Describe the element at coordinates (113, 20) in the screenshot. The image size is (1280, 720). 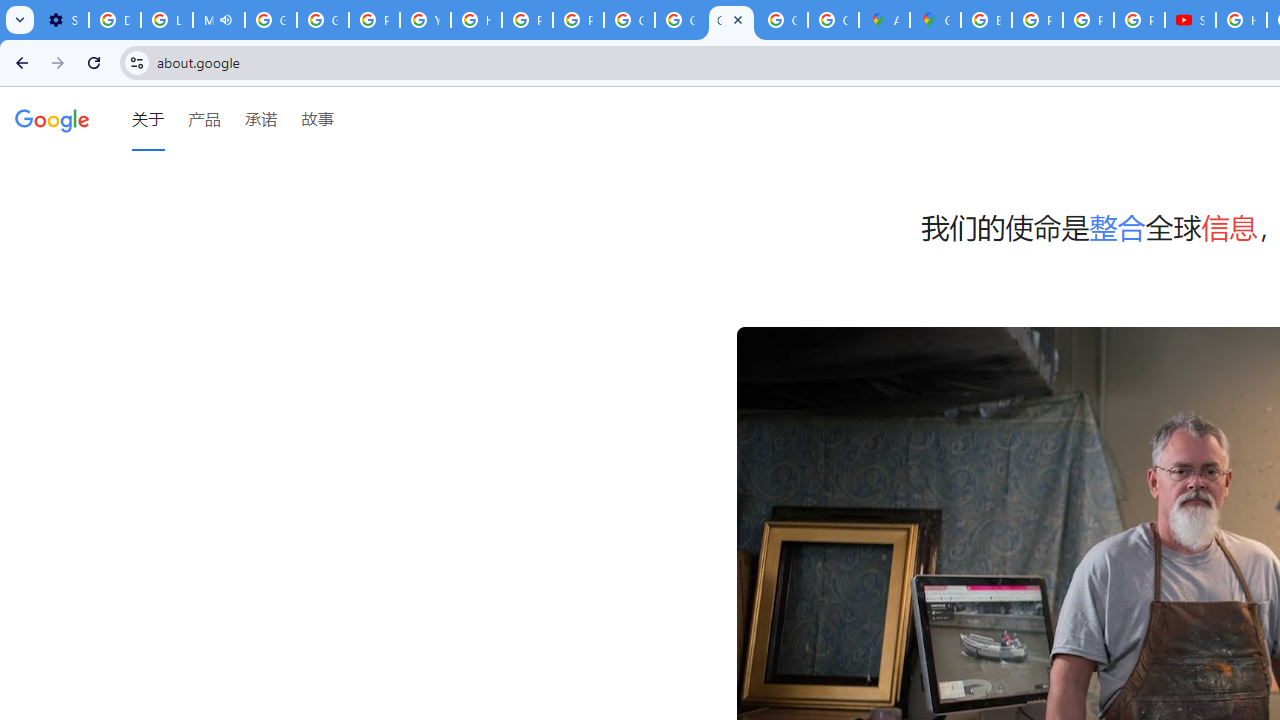
I see `'Delete photos & videos - Computer - Google Photos Help'` at that location.